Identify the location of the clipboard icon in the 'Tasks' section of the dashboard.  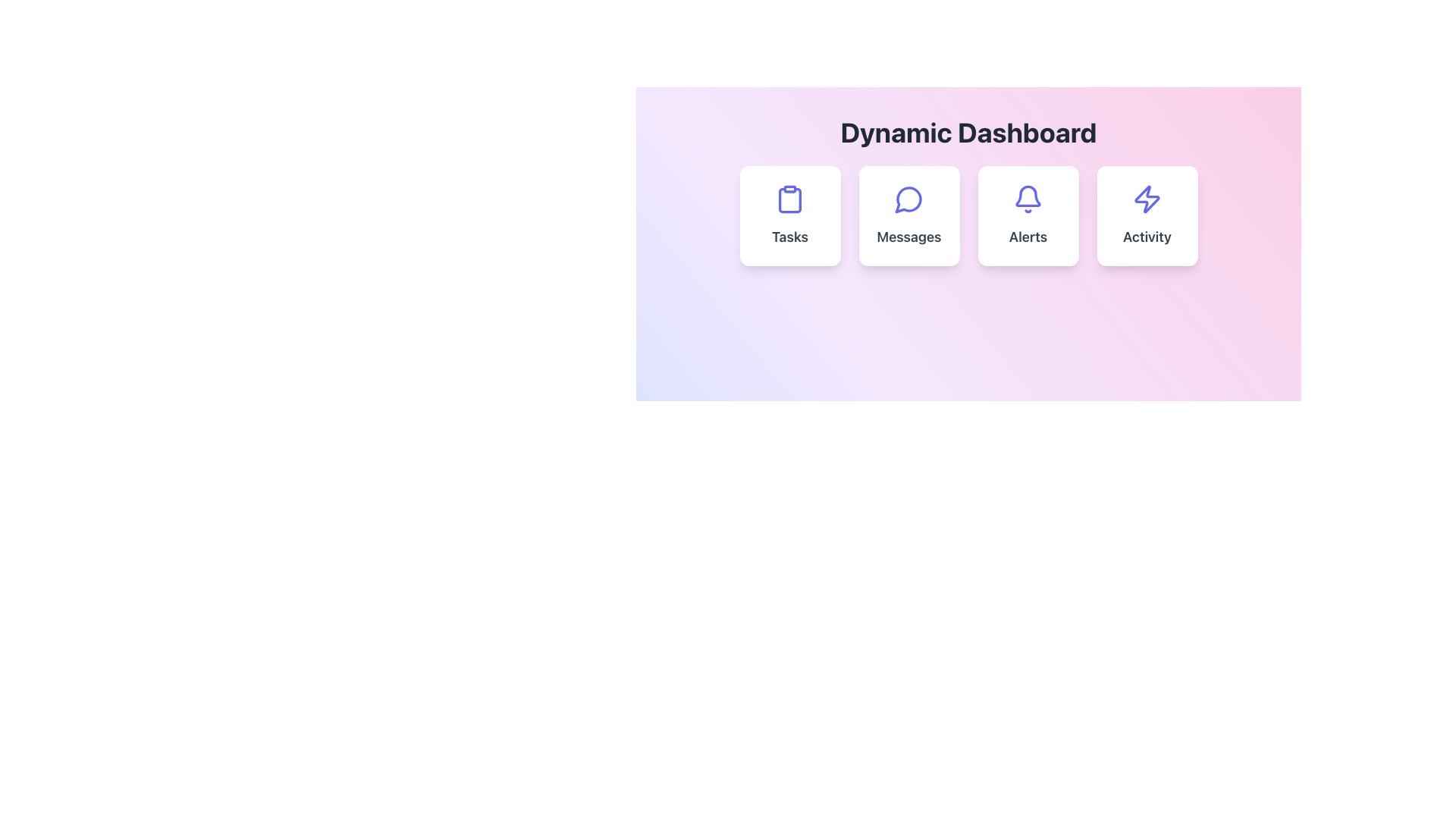
(789, 198).